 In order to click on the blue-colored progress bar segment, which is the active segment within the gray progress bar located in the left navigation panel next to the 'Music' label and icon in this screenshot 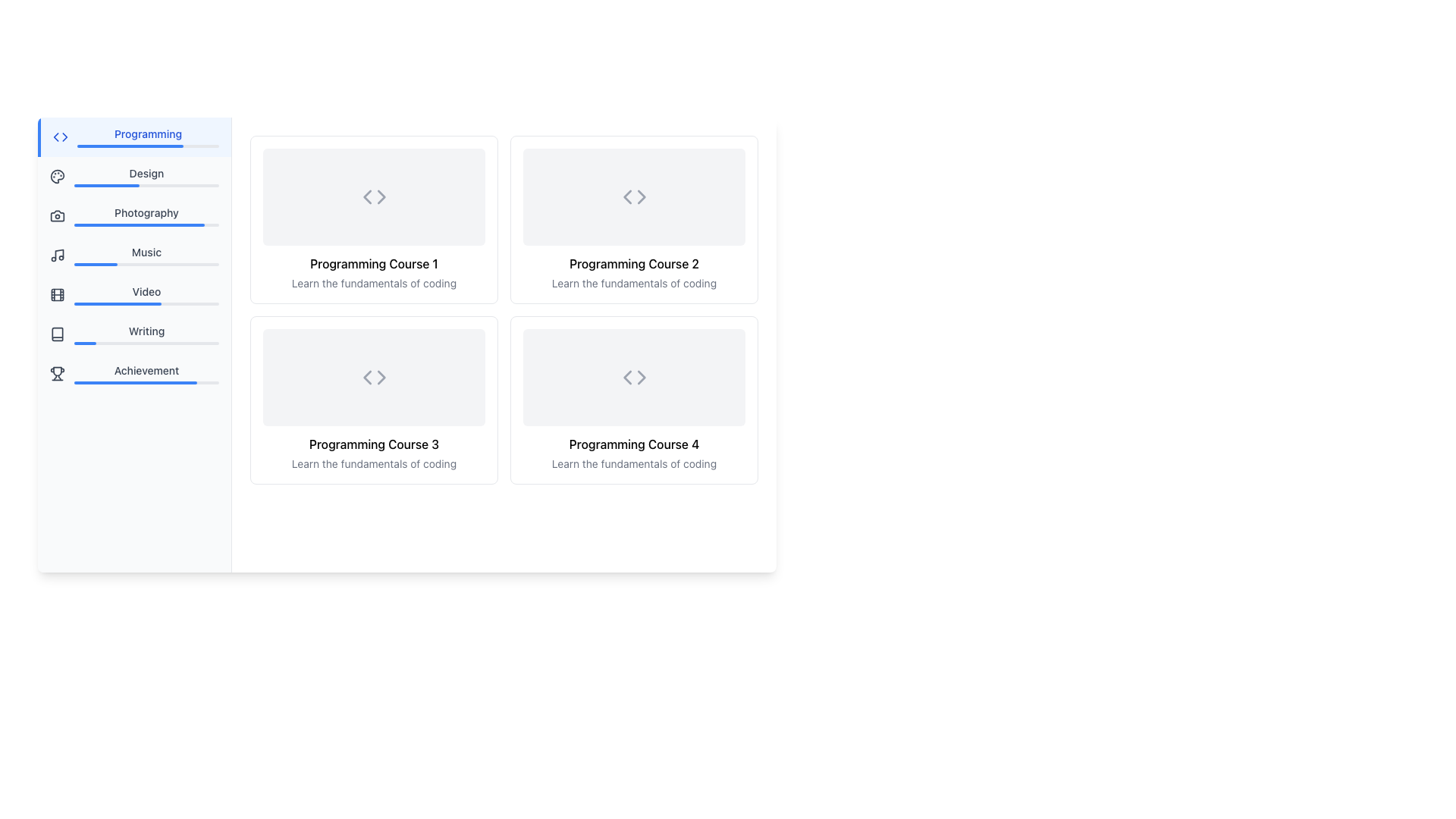, I will do `click(95, 263)`.